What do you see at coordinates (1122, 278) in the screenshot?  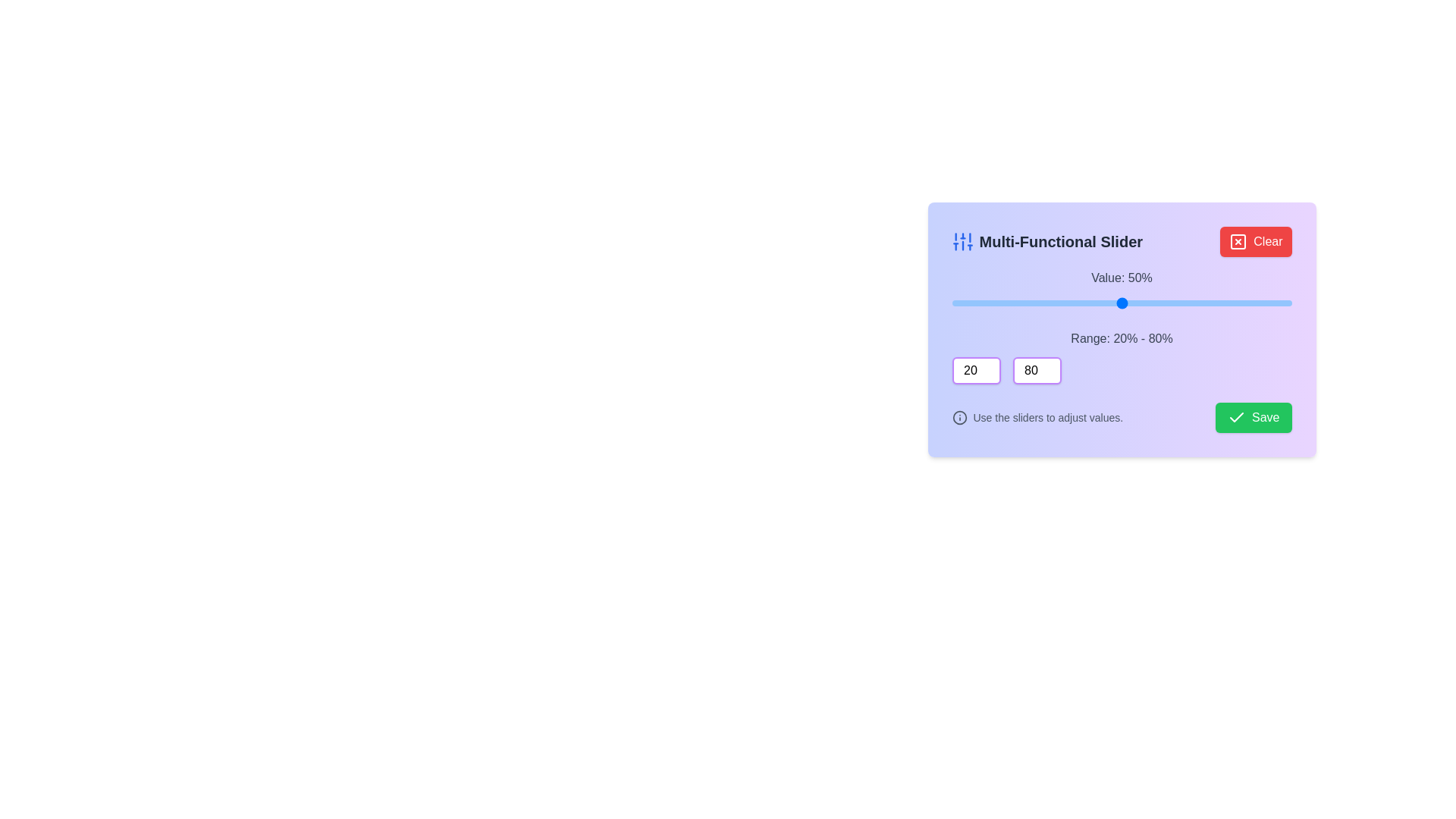 I see `the static text label displaying 'Value: 50%' located centrally above the horizontal slider control in the slider interface` at bounding box center [1122, 278].